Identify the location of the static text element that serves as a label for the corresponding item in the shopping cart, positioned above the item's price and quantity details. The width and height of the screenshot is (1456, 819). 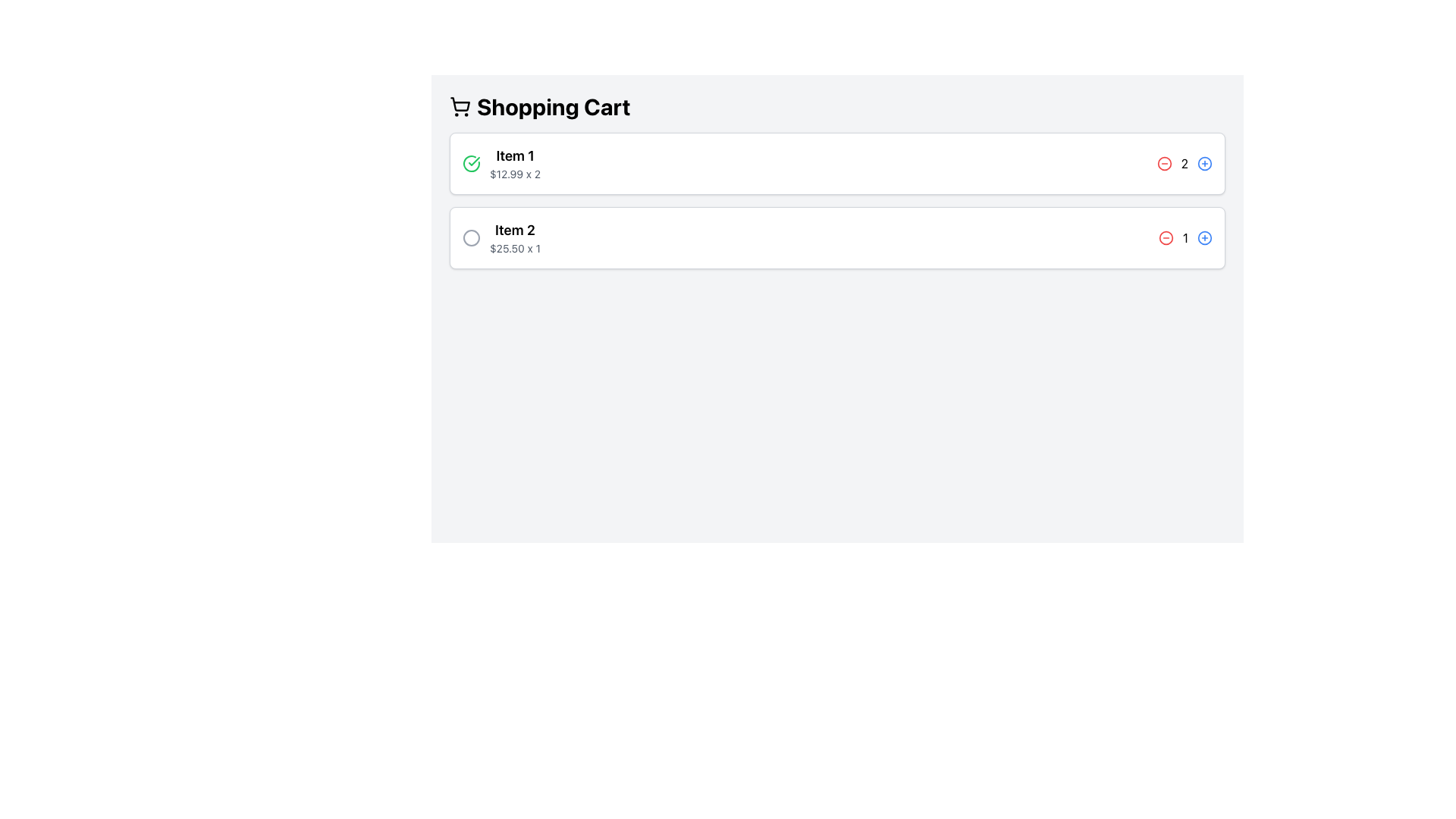
(515, 231).